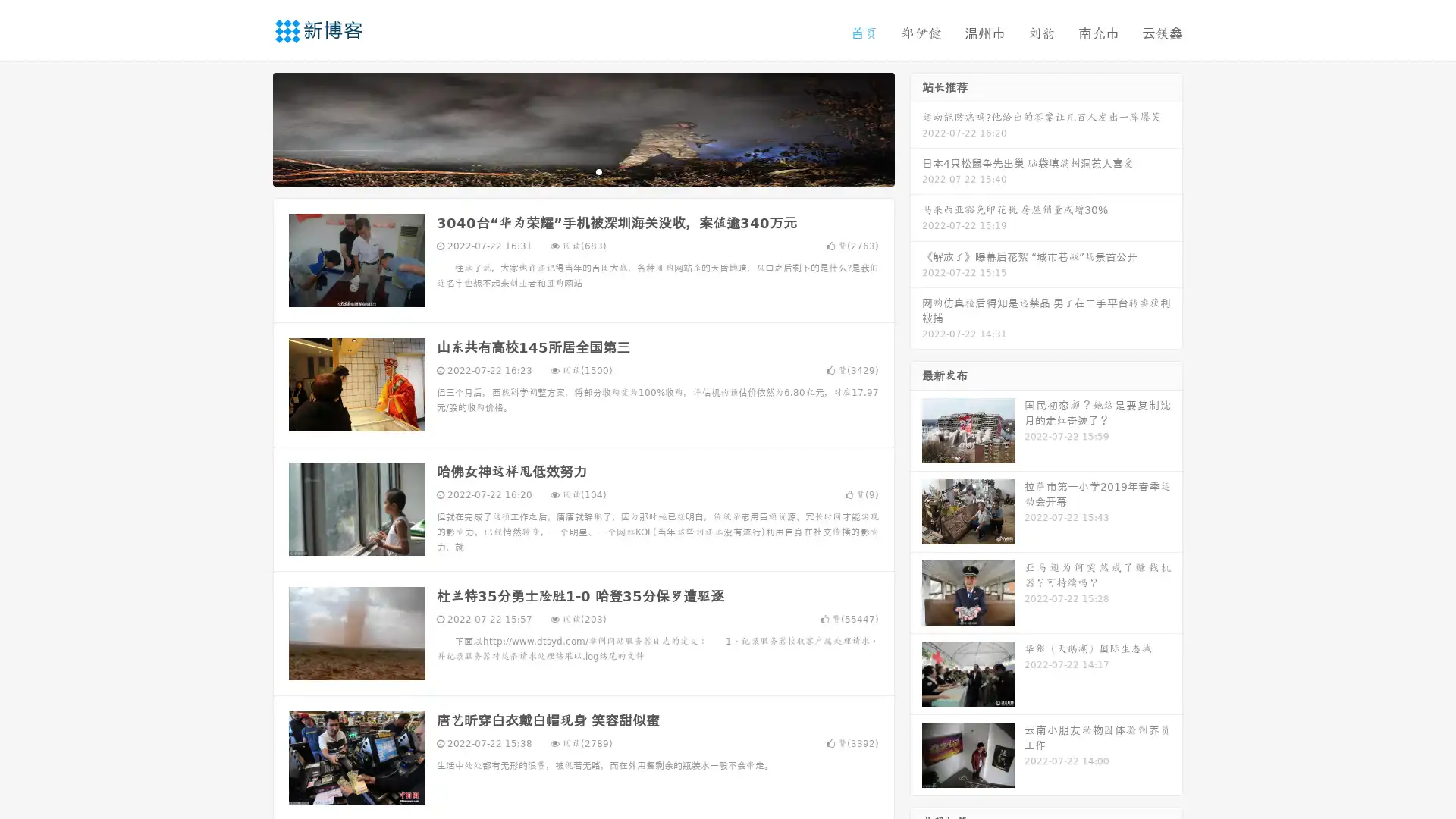 This screenshot has width=1456, height=819. What do you see at coordinates (598, 171) in the screenshot?
I see `Go to slide 3` at bounding box center [598, 171].